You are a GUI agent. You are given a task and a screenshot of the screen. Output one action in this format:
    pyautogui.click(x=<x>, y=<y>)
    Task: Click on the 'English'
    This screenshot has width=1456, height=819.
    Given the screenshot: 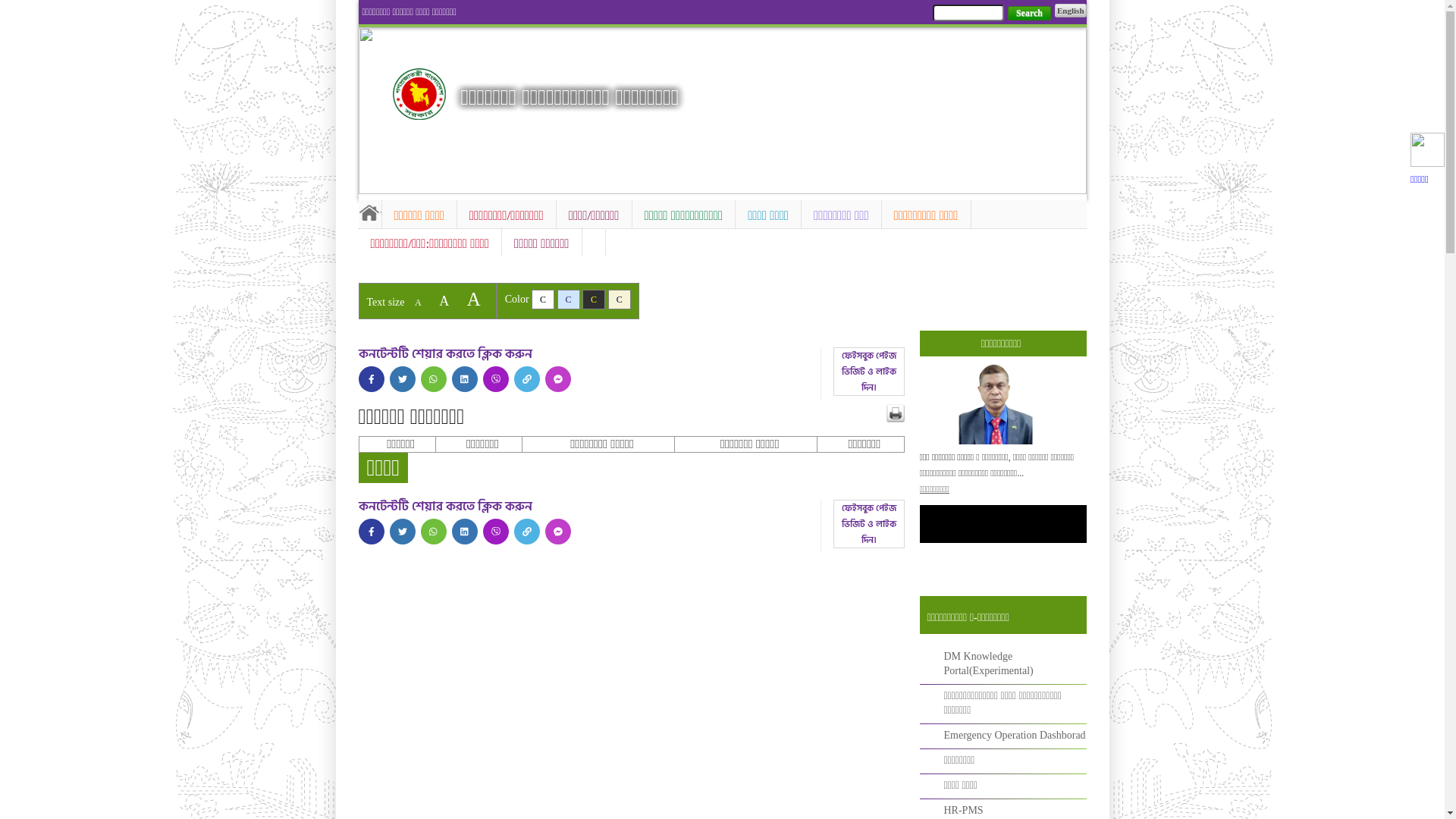 What is the action you would take?
    pyautogui.click(x=1069, y=11)
    